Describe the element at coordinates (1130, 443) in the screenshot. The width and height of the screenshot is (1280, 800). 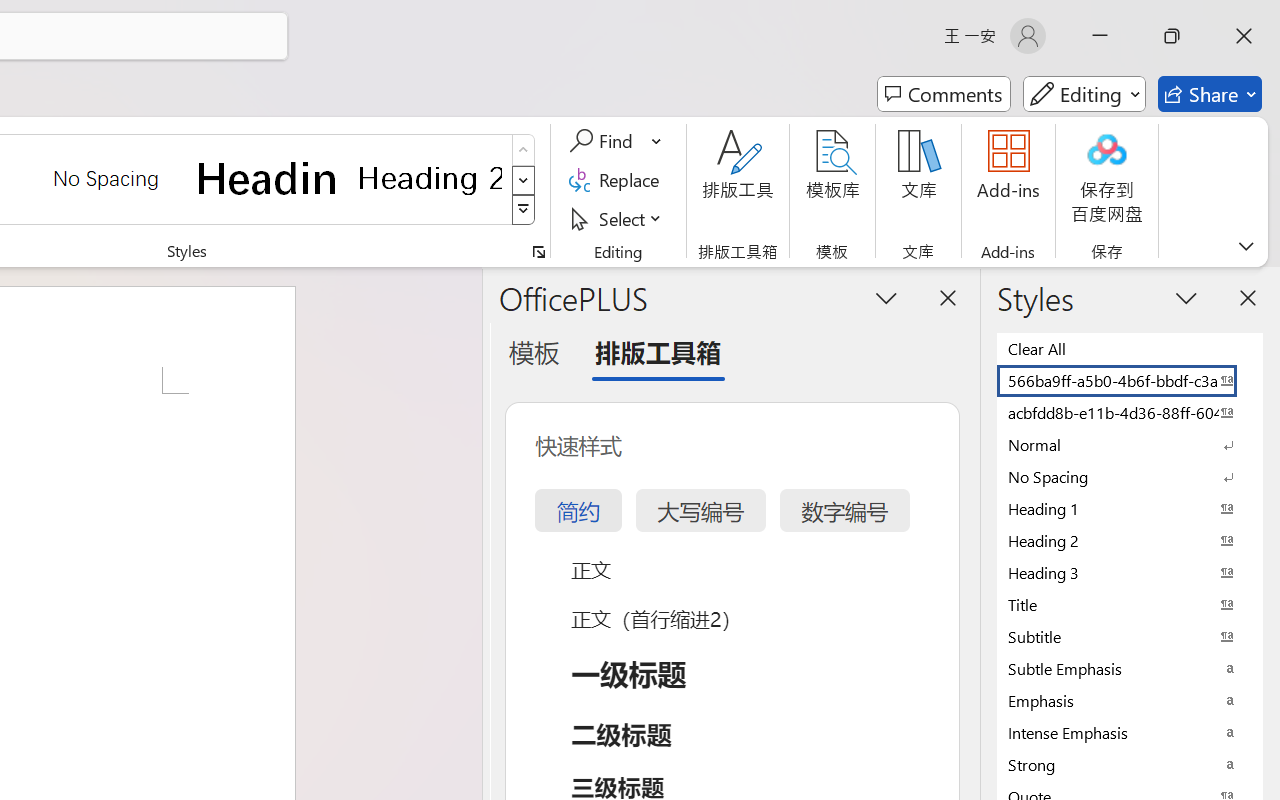
I see `'Normal'` at that location.